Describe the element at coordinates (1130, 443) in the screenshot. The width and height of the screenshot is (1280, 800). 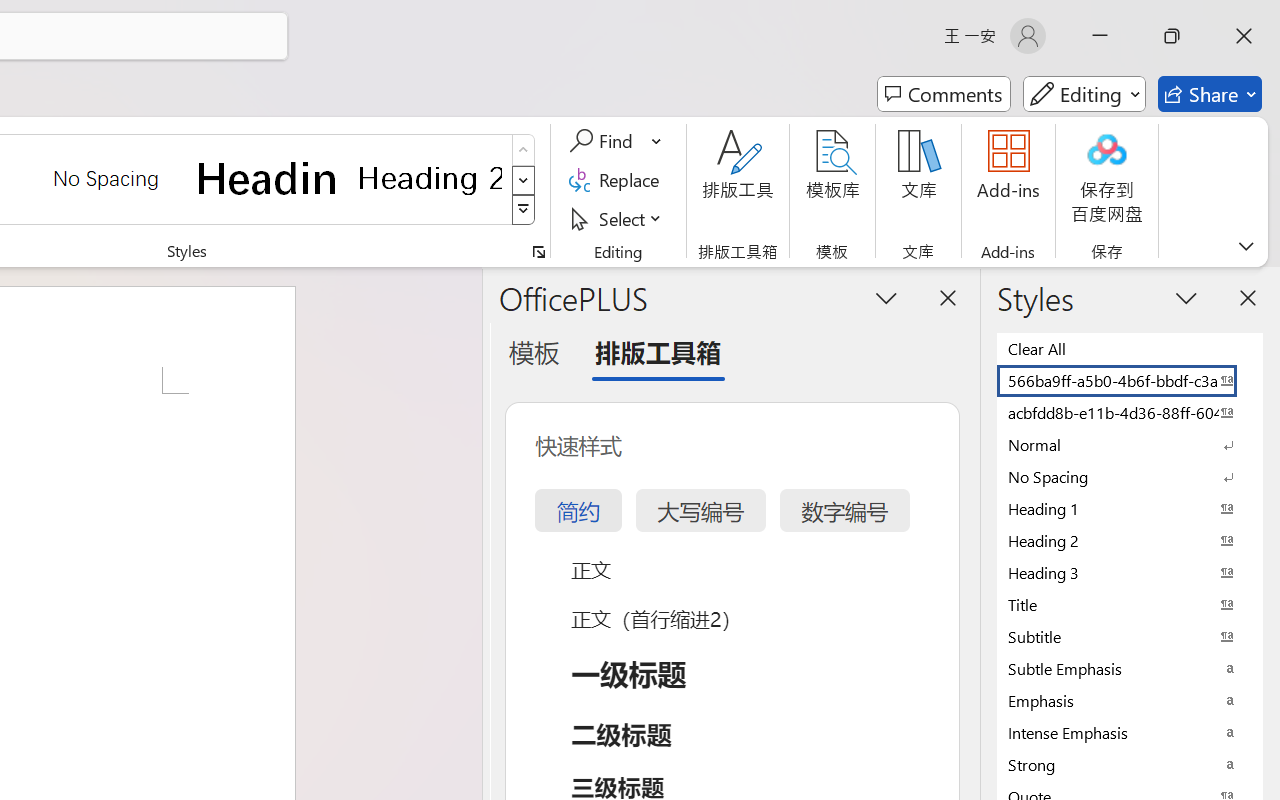
I see `'Normal'` at that location.